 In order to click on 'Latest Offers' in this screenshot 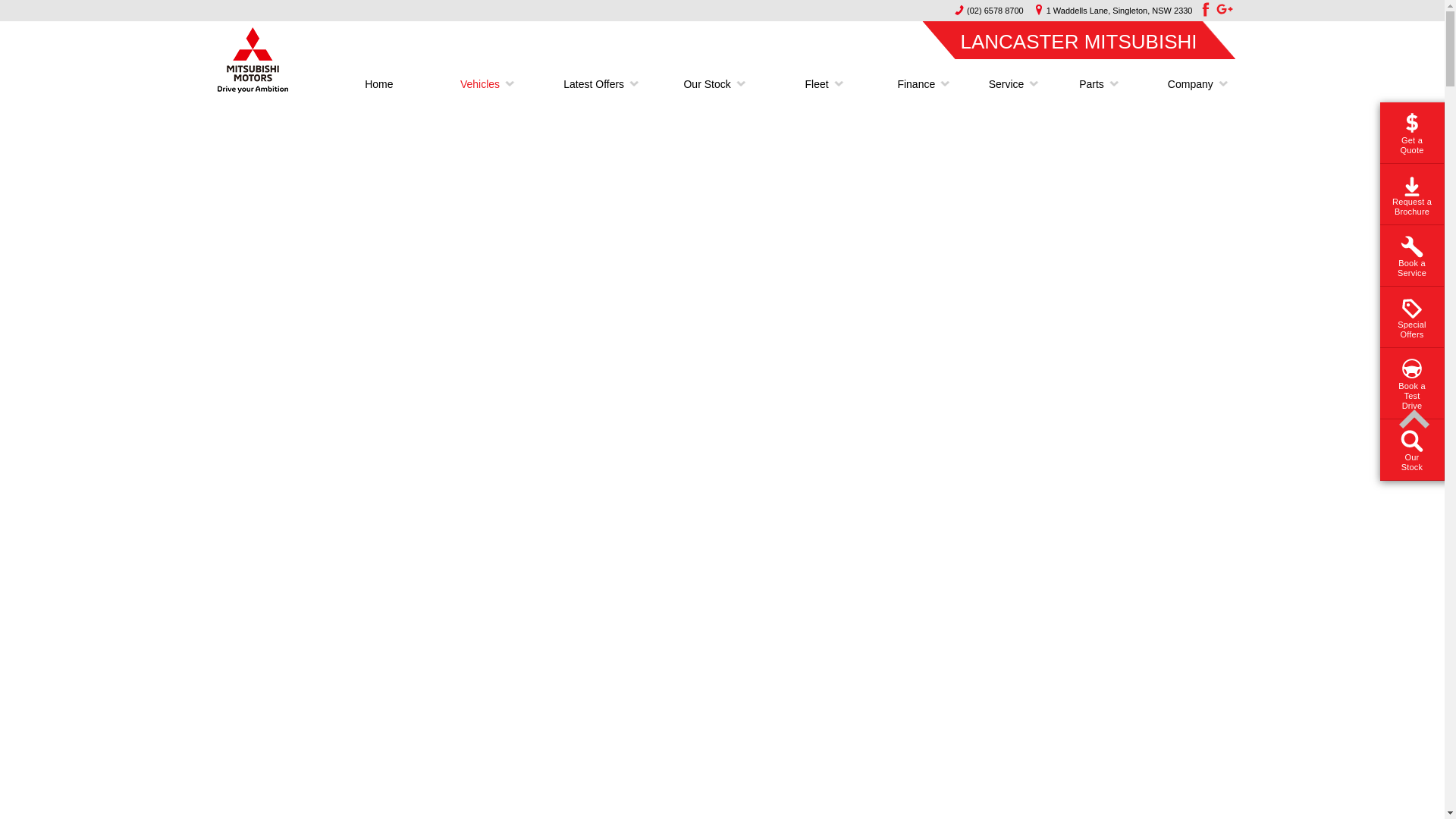, I will do `click(592, 84)`.